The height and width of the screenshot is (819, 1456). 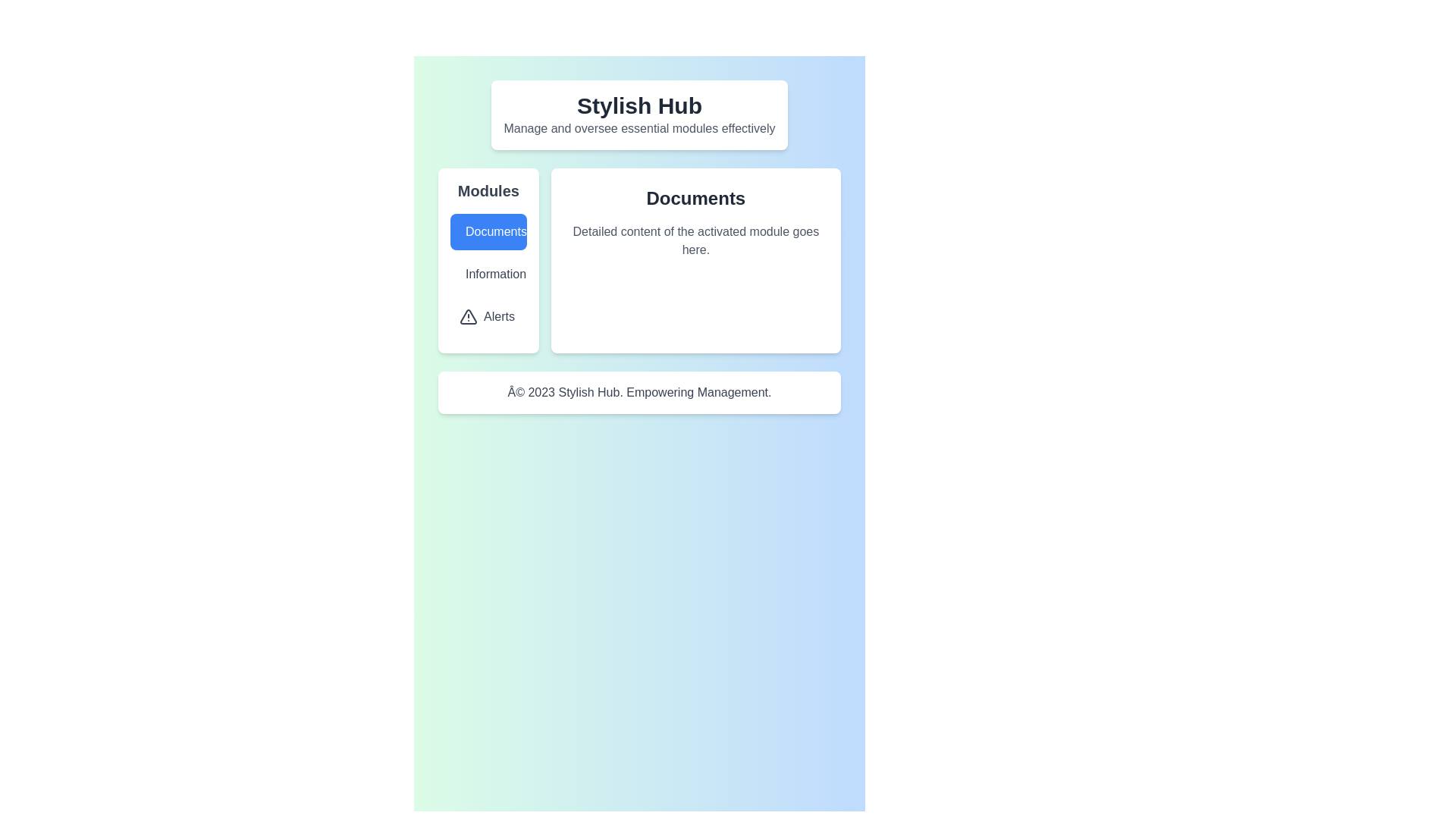 What do you see at coordinates (468, 275) in the screenshot?
I see `the SVG circle component that represents the 'Information' module, located between the 'Documents' and 'Alerts' labels in the 'Modules' list` at bounding box center [468, 275].